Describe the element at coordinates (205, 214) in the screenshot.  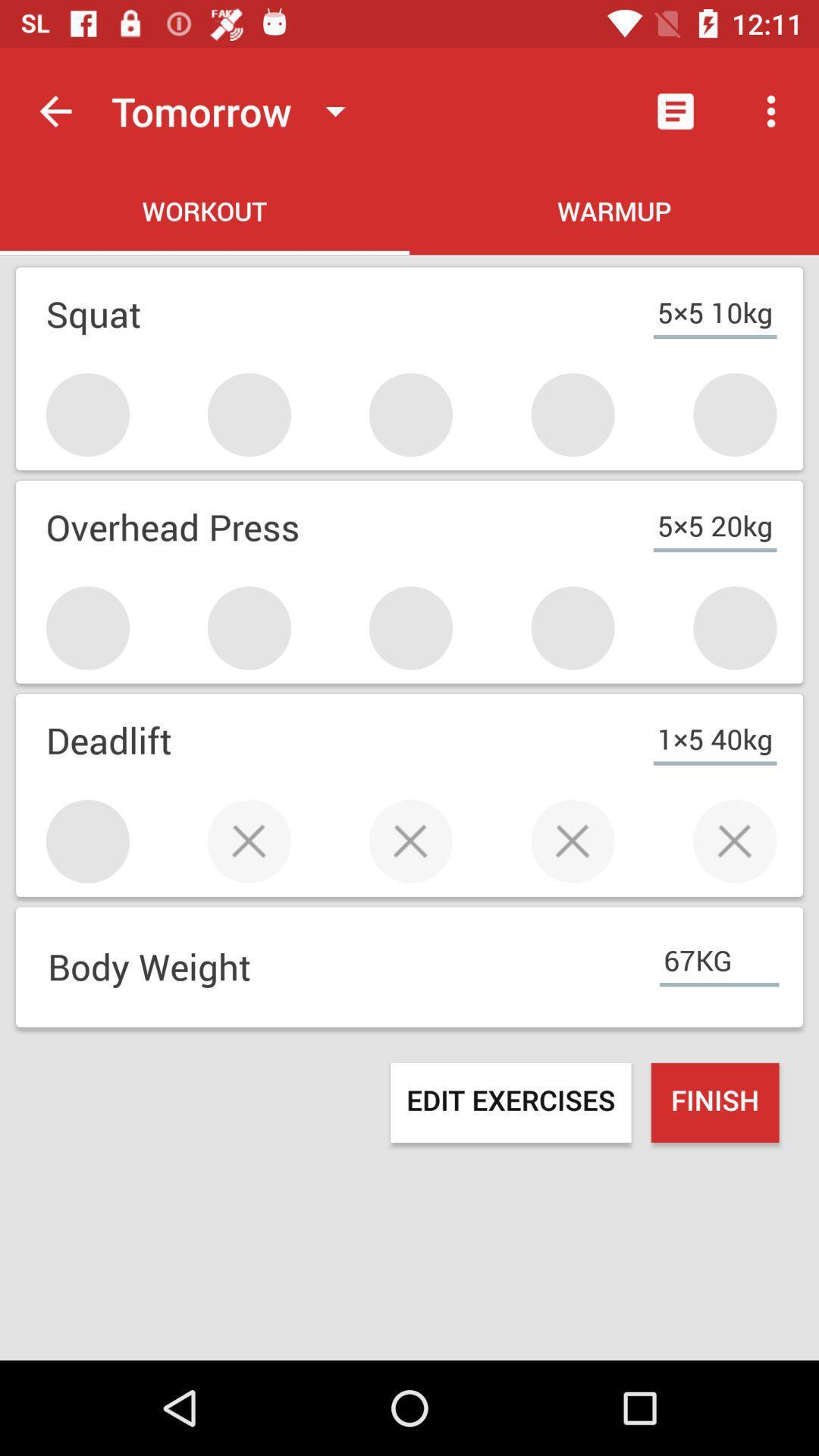
I see `the item to the left of the warmup icon` at that location.